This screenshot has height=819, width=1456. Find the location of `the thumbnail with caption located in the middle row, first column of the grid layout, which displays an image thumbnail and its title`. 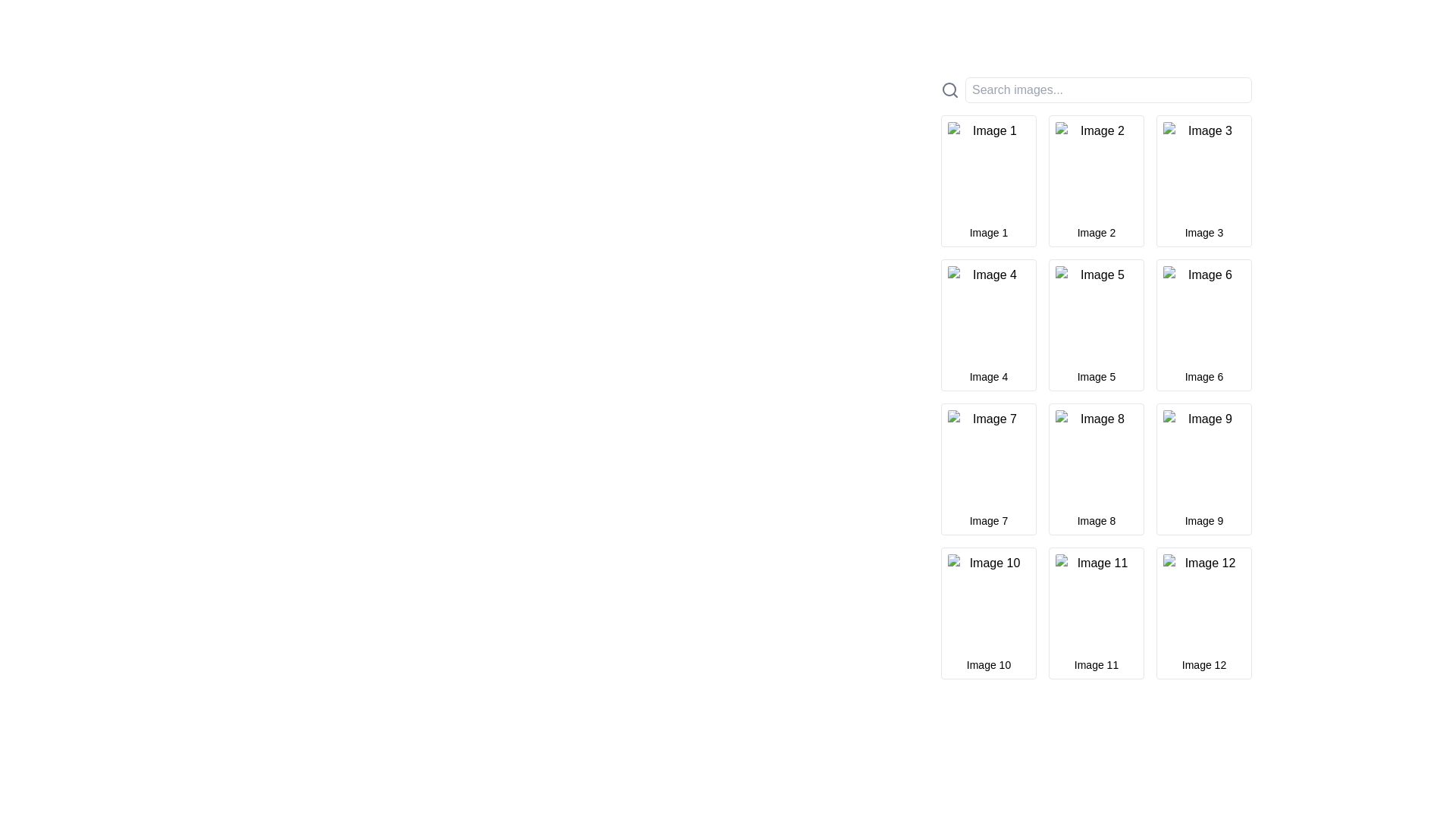

the thumbnail with caption located in the middle row, first column of the grid layout, which displays an image thumbnail and its title is located at coordinates (989, 468).